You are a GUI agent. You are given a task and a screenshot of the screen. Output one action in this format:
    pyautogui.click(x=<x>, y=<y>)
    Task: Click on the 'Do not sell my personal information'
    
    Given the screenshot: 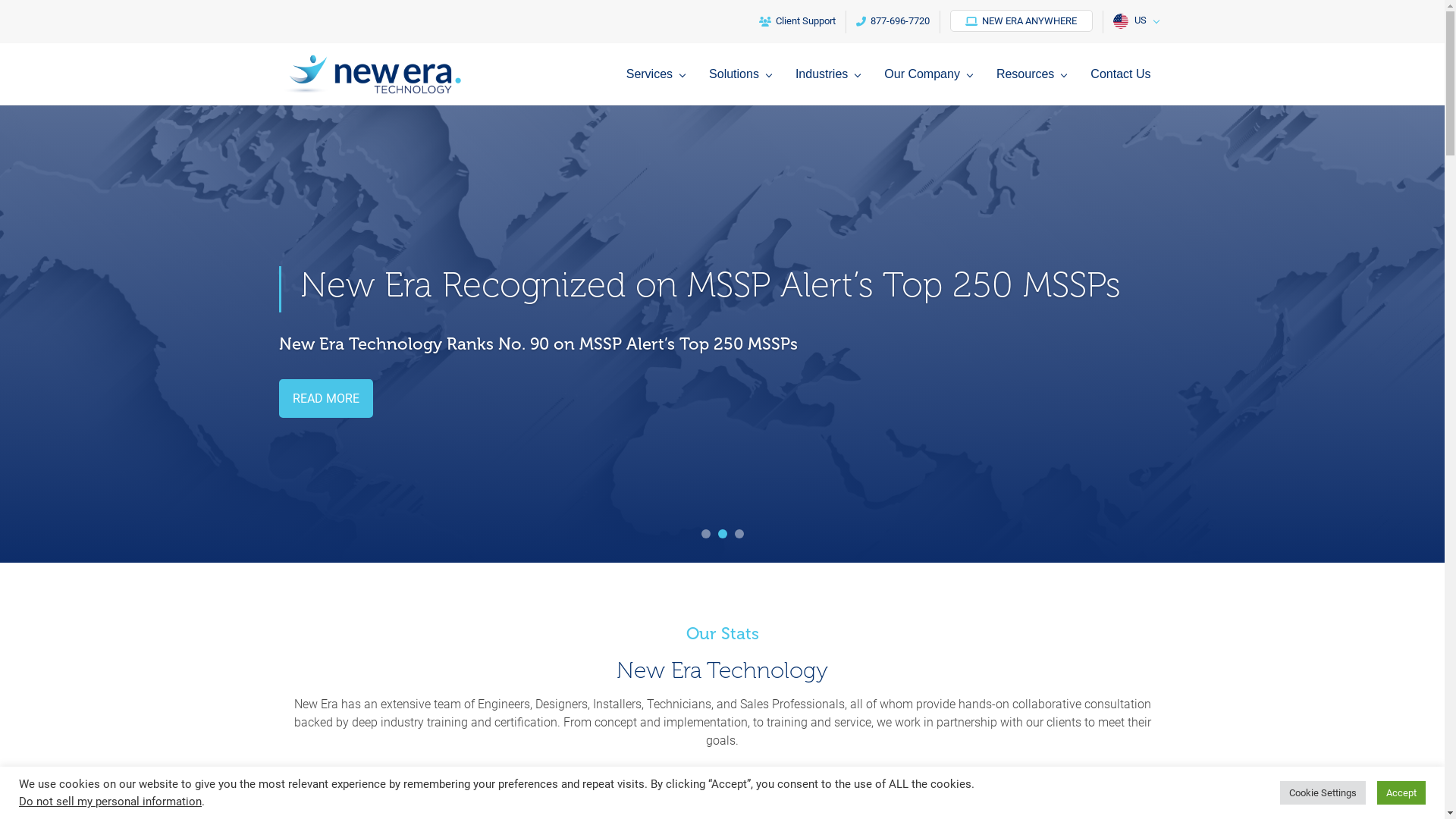 What is the action you would take?
    pyautogui.click(x=109, y=800)
    